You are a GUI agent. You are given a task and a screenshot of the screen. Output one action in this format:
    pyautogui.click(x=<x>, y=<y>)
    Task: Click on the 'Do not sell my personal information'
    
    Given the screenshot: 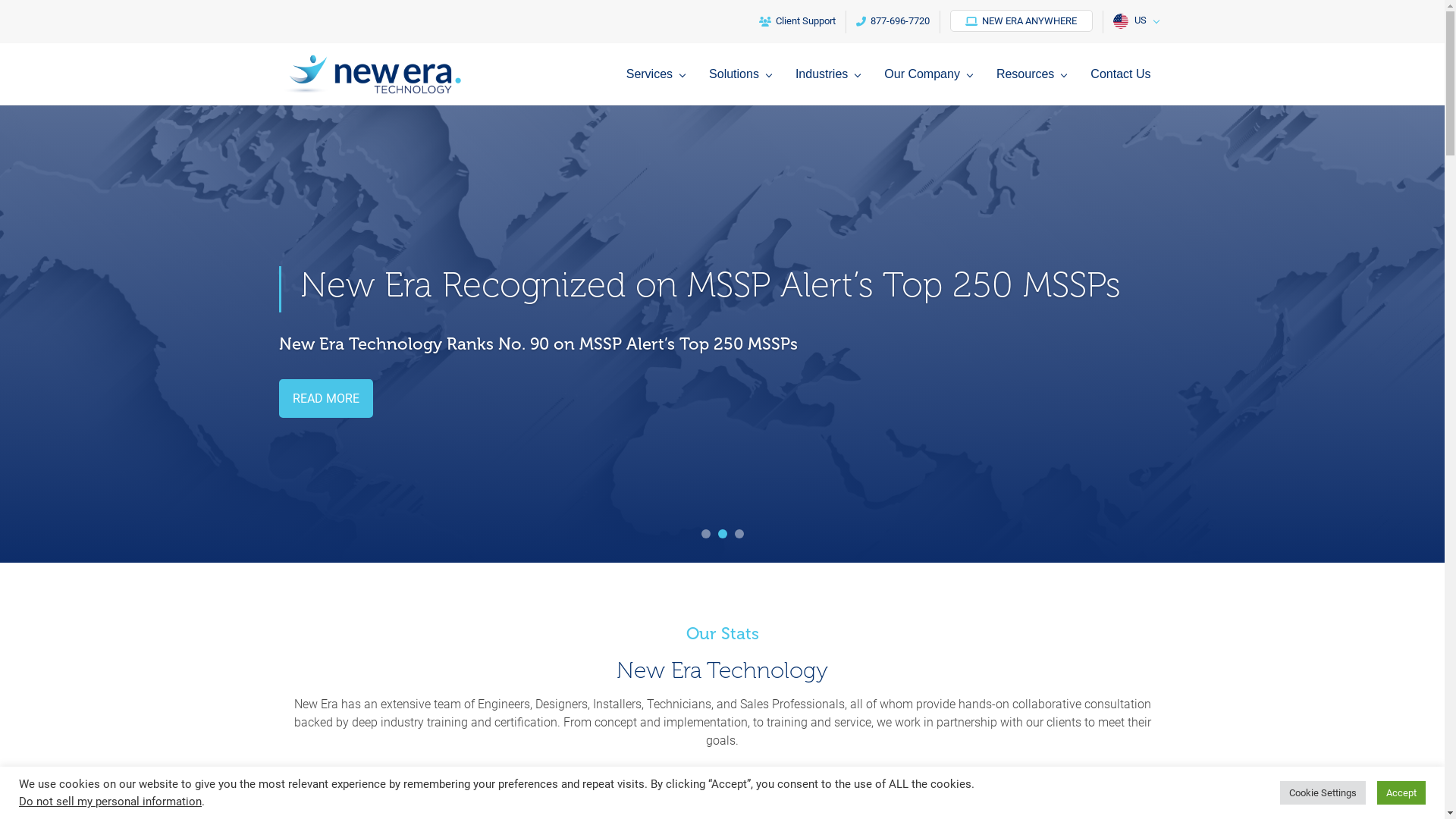 What is the action you would take?
    pyautogui.click(x=109, y=800)
    